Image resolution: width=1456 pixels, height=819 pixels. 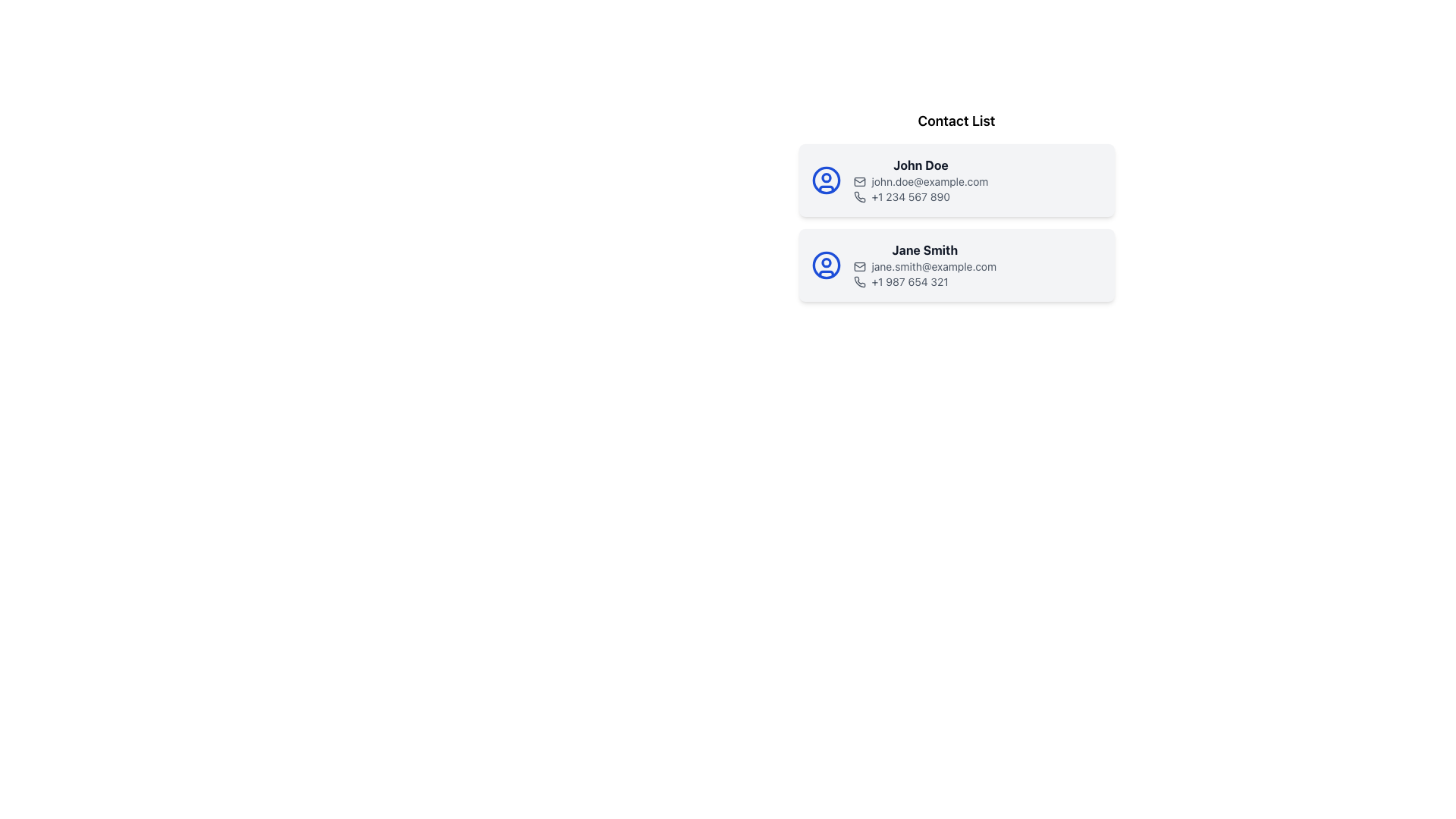 What do you see at coordinates (920, 165) in the screenshot?
I see `the contact name text label located at the top of the first contact card, to the right of the circular icon` at bounding box center [920, 165].